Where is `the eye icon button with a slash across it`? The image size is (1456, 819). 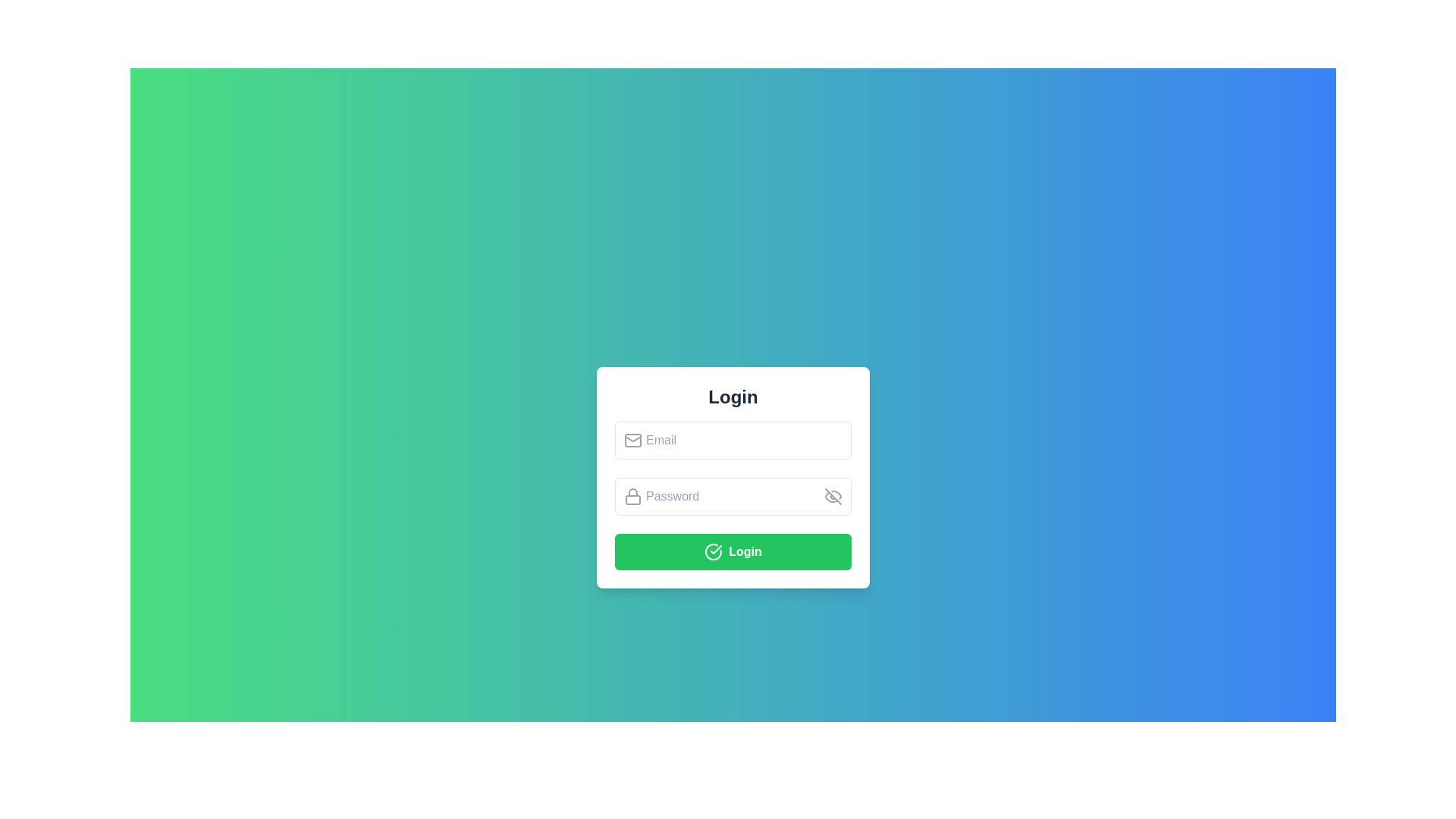 the eye icon button with a slash across it is located at coordinates (833, 496).